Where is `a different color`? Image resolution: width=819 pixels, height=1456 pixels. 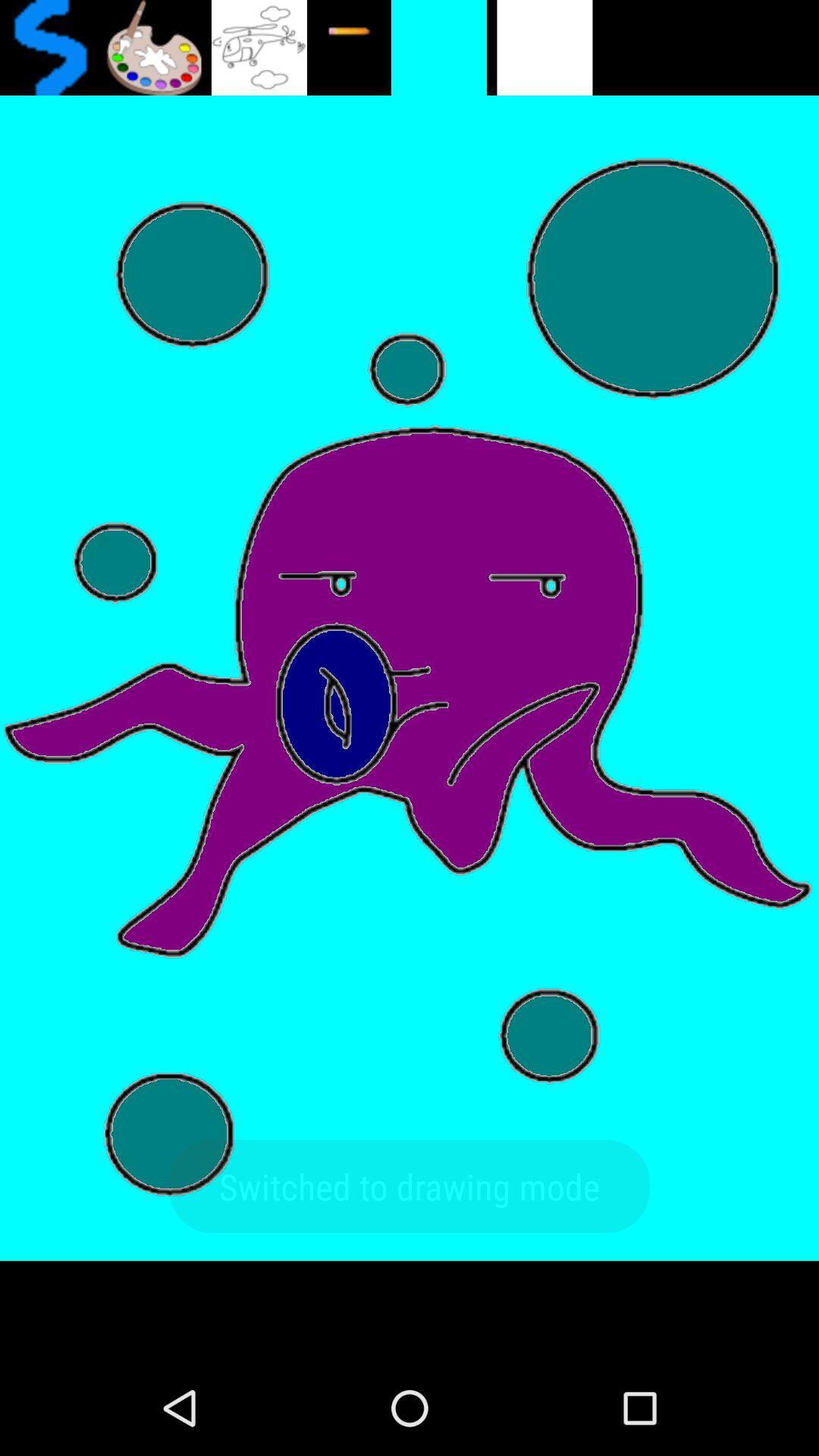 a different color is located at coordinates (153, 47).